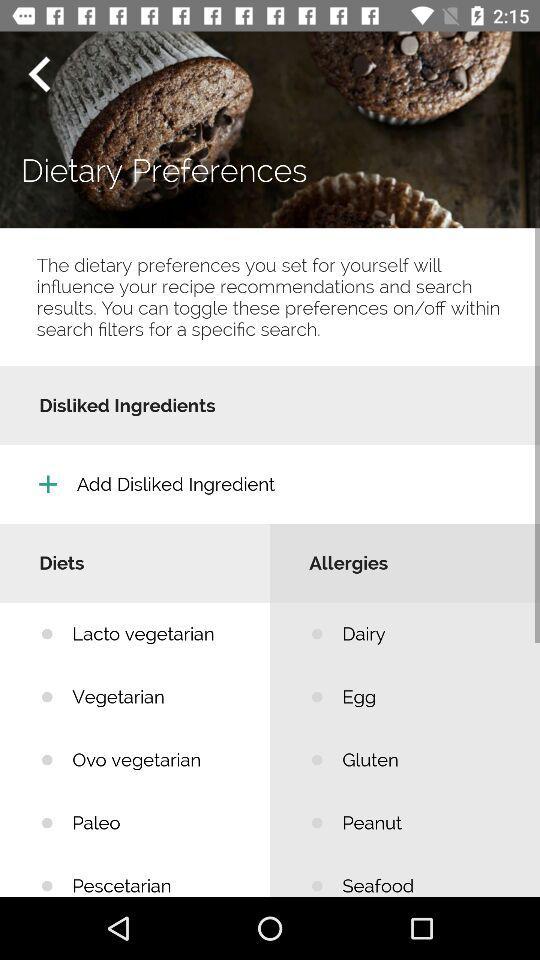 This screenshot has width=540, height=960. I want to click on item next to gluten, so click(155, 823).